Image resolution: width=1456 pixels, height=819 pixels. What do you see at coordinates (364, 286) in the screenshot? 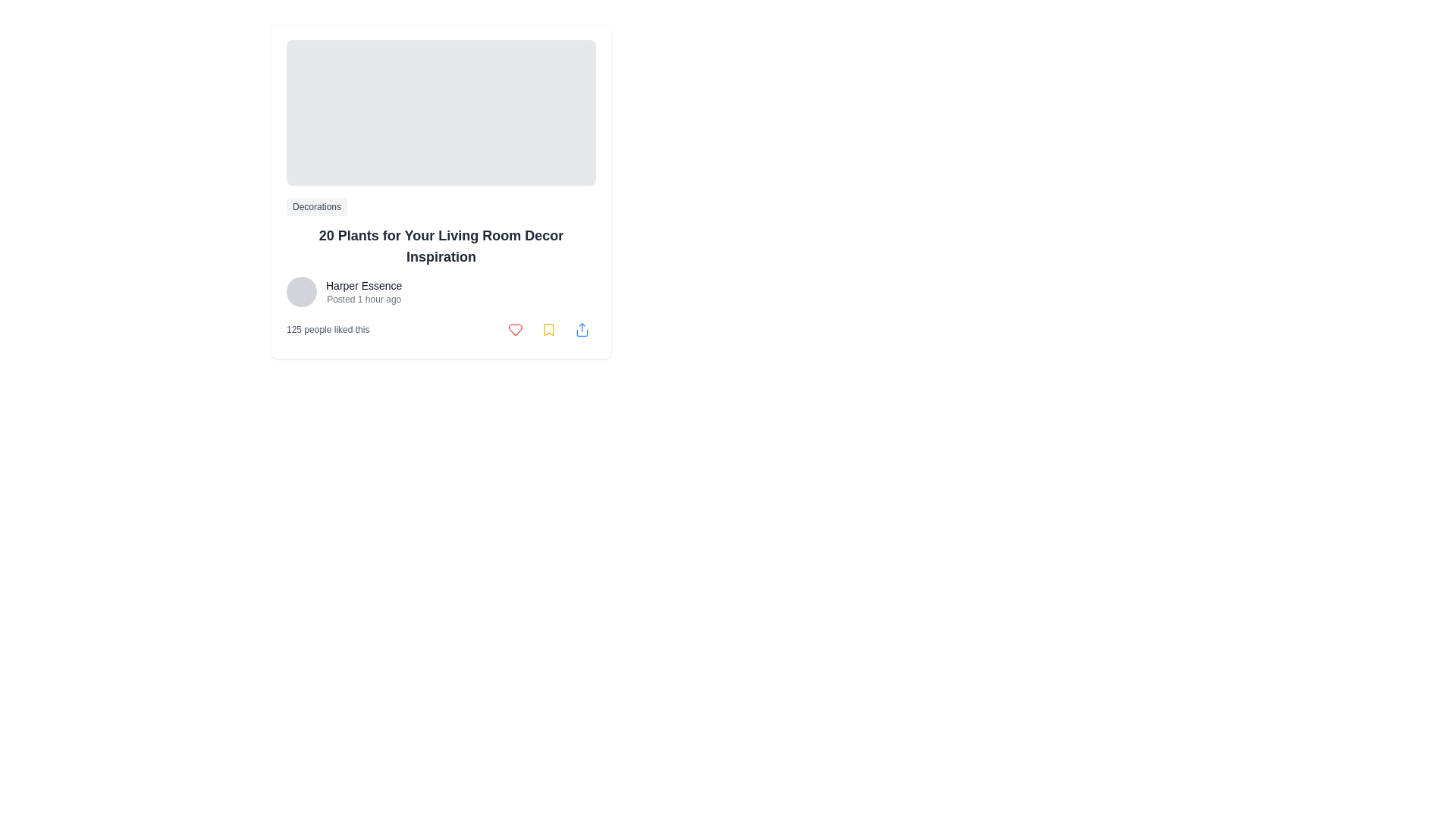
I see `the Text Label displaying the author's name, located at the center-bottom of the user interface card, adjacent to the circular avatar image` at bounding box center [364, 286].